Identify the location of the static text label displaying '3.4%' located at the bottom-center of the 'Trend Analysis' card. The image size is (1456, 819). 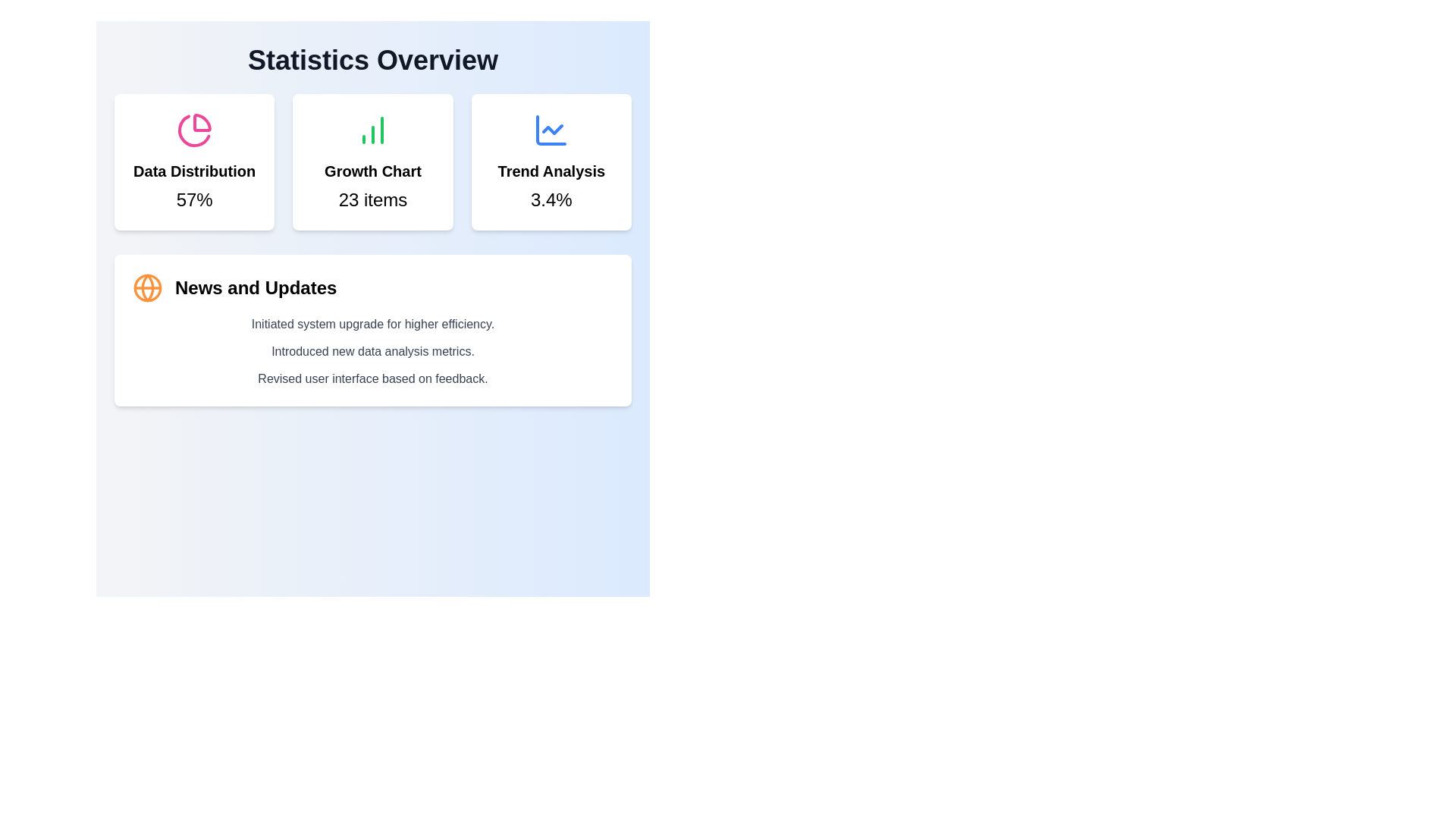
(551, 199).